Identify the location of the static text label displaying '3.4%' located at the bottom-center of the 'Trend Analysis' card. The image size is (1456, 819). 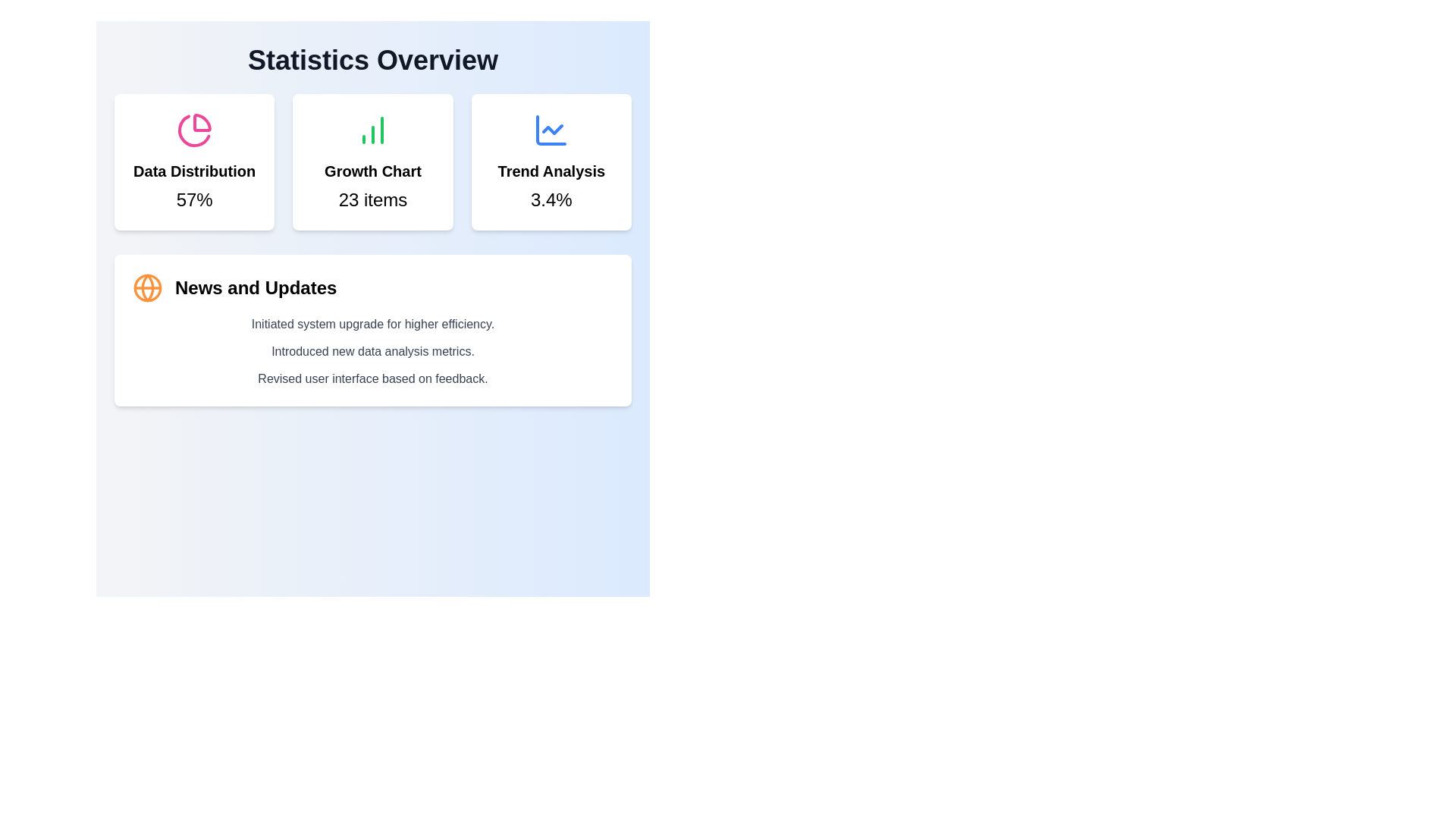
(551, 199).